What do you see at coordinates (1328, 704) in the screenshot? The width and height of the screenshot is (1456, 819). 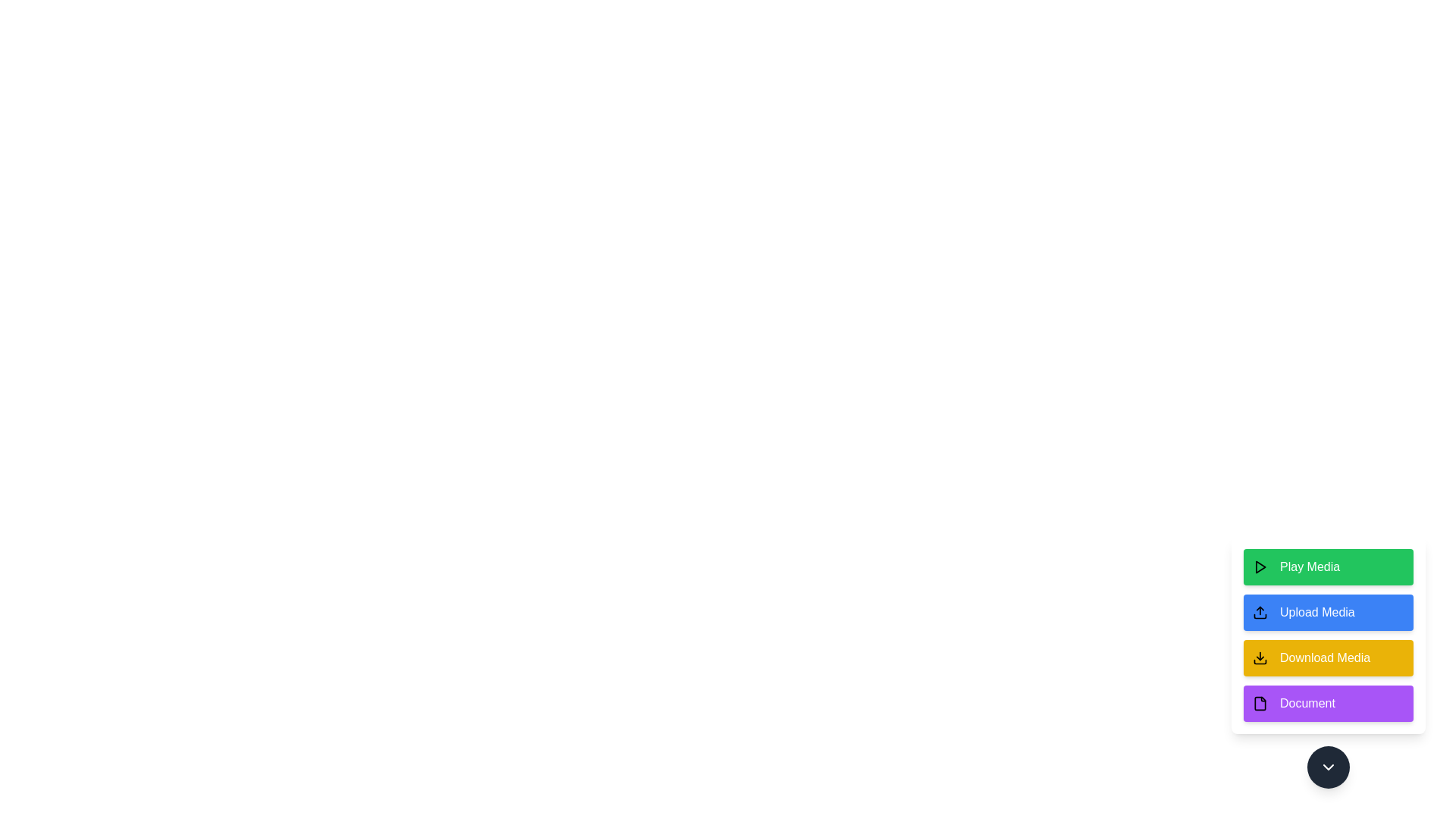 I see `the 'Document' button in the MediaOptionsPanel` at bounding box center [1328, 704].